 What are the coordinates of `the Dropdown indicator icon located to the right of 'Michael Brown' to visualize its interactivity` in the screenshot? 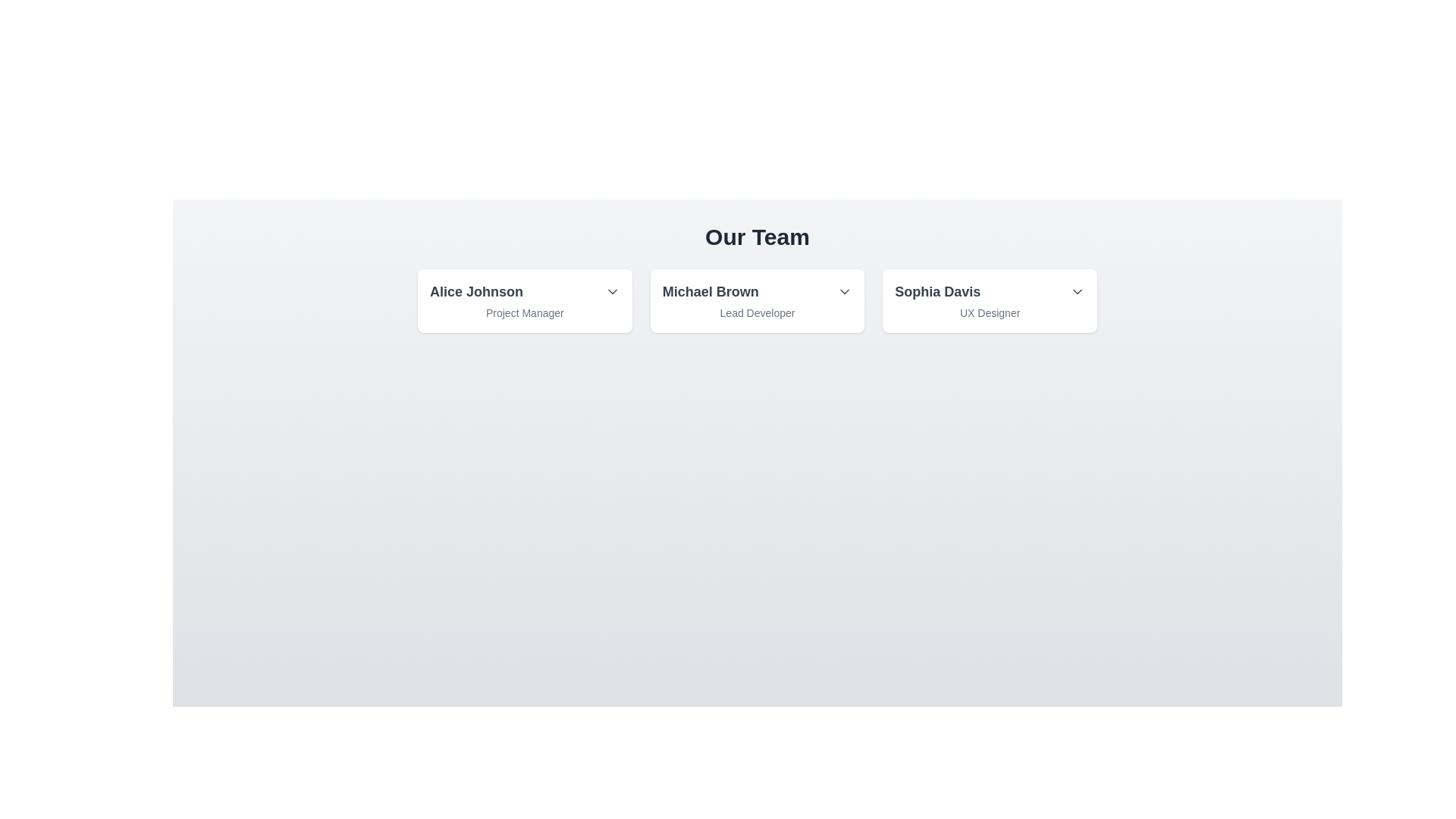 It's located at (844, 292).